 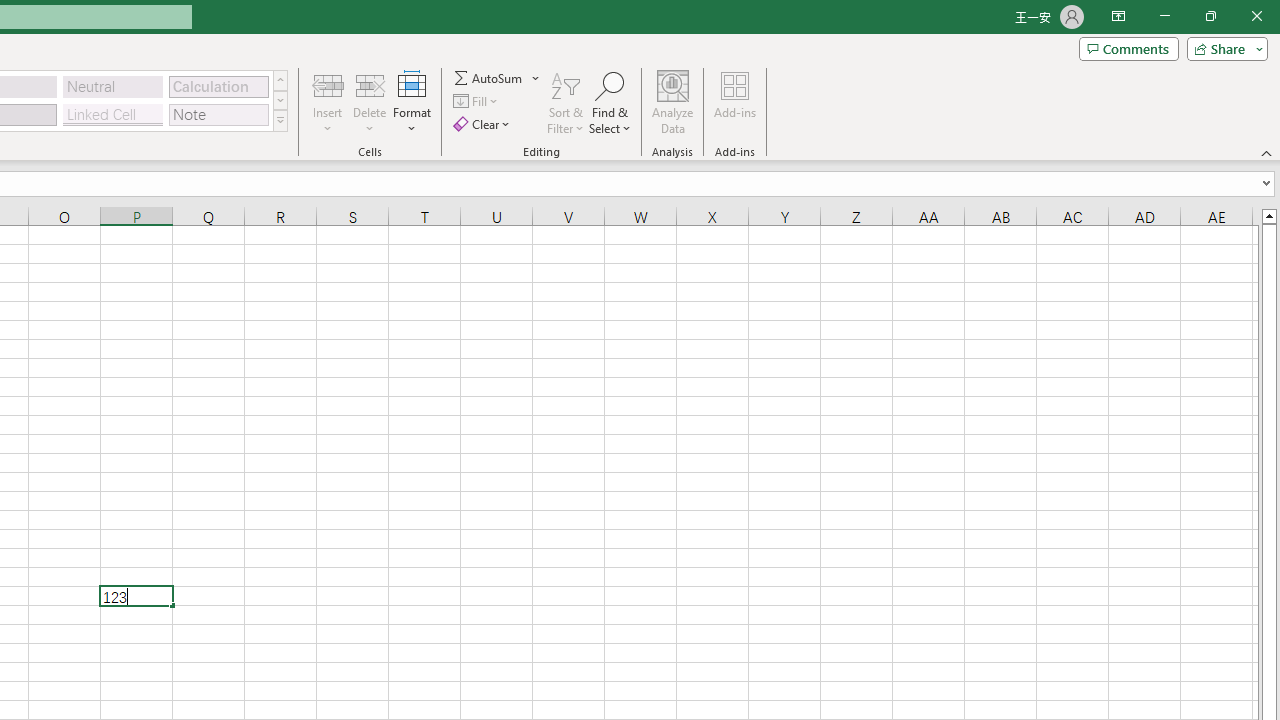 I want to click on 'Format', so click(x=411, y=103).